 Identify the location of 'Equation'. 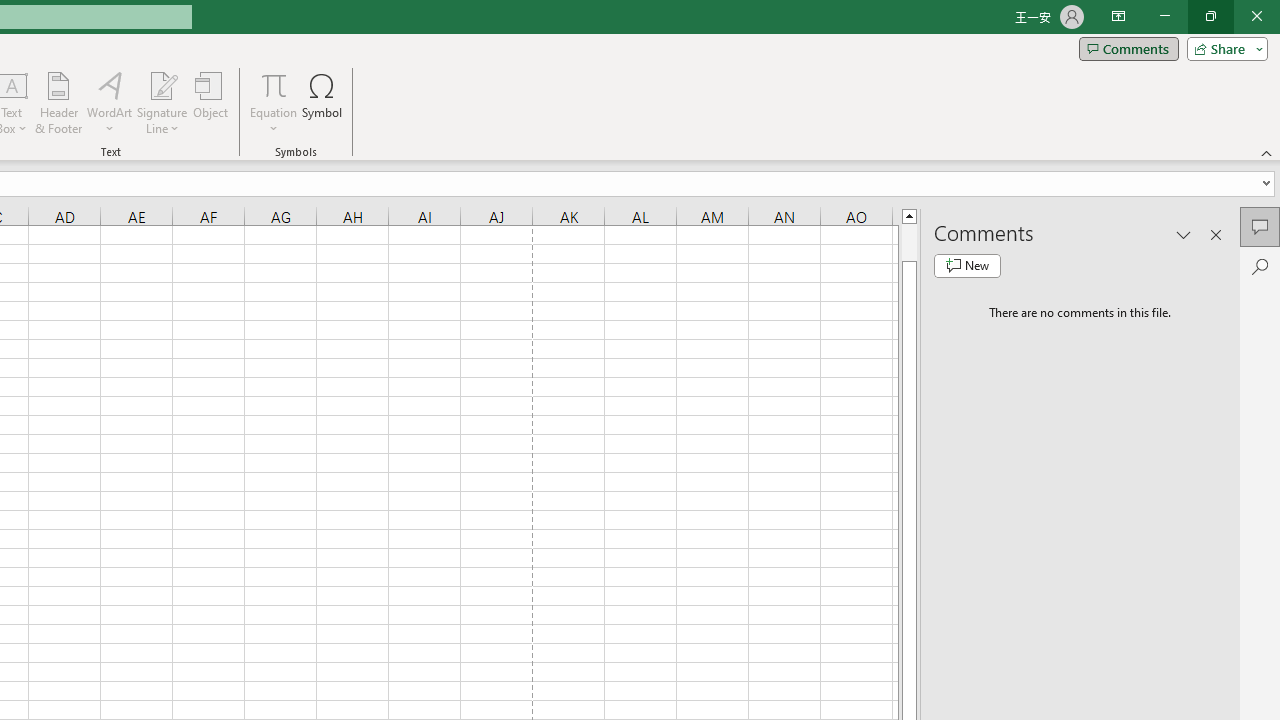
(272, 103).